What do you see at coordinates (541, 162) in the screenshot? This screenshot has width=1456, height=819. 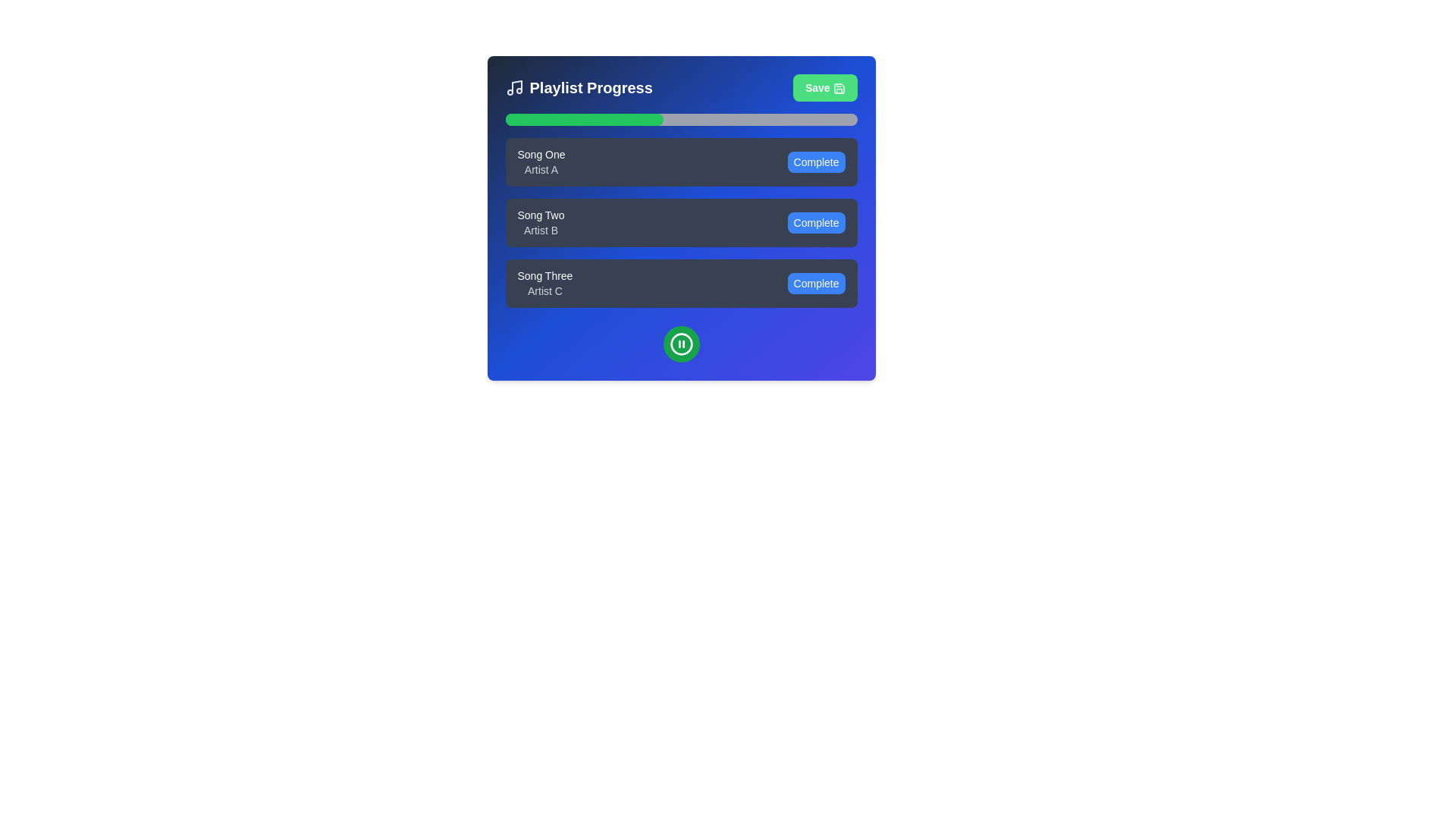 I see `the Text Display that shows the name of a song and its artist, located on the top-most music entry in a card-like structure to the left of the 'Complete' button` at bounding box center [541, 162].